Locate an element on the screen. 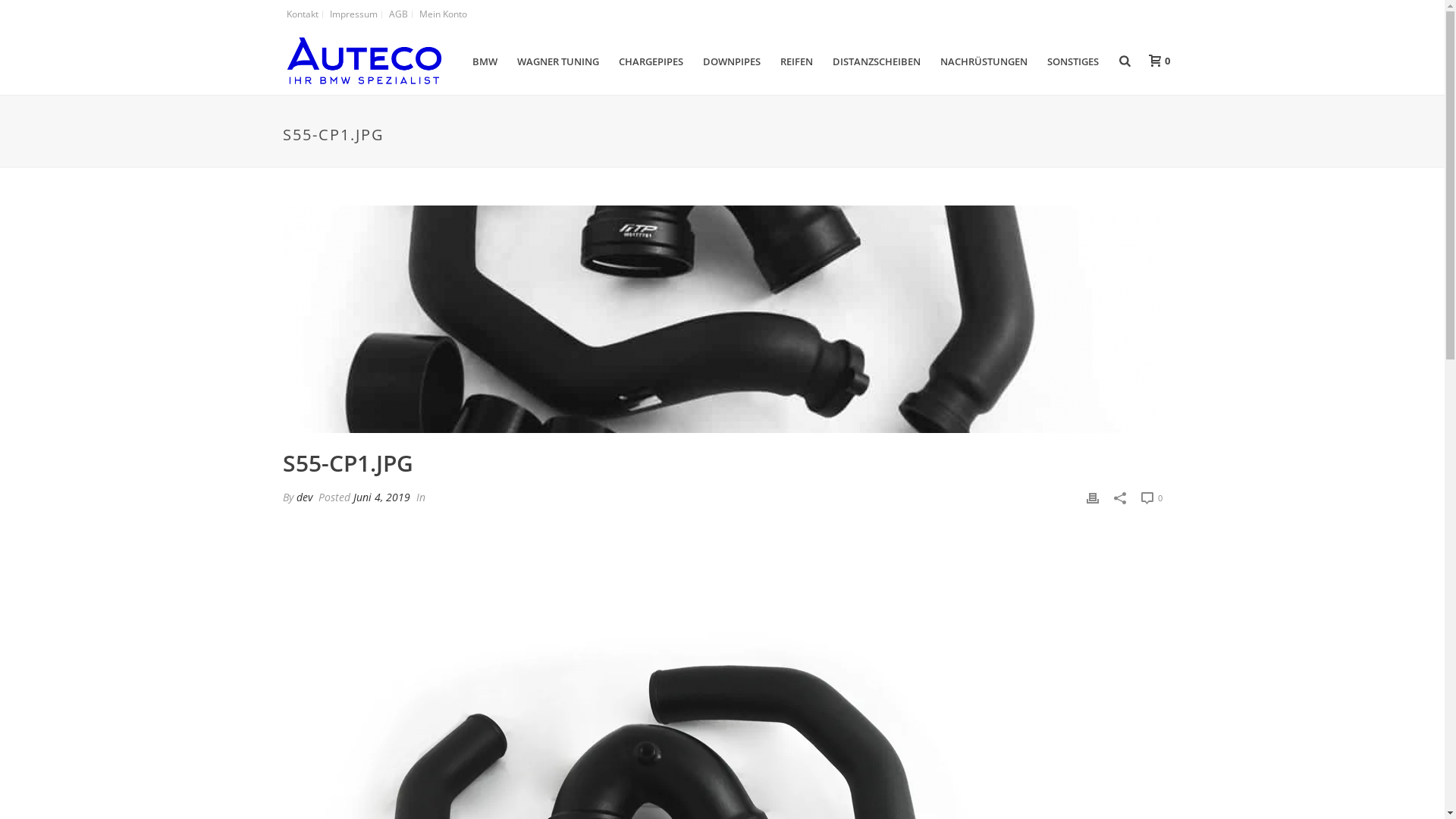 This screenshot has height=819, width=1456. 'Mein Konto' is located at coordinates (442, 14).